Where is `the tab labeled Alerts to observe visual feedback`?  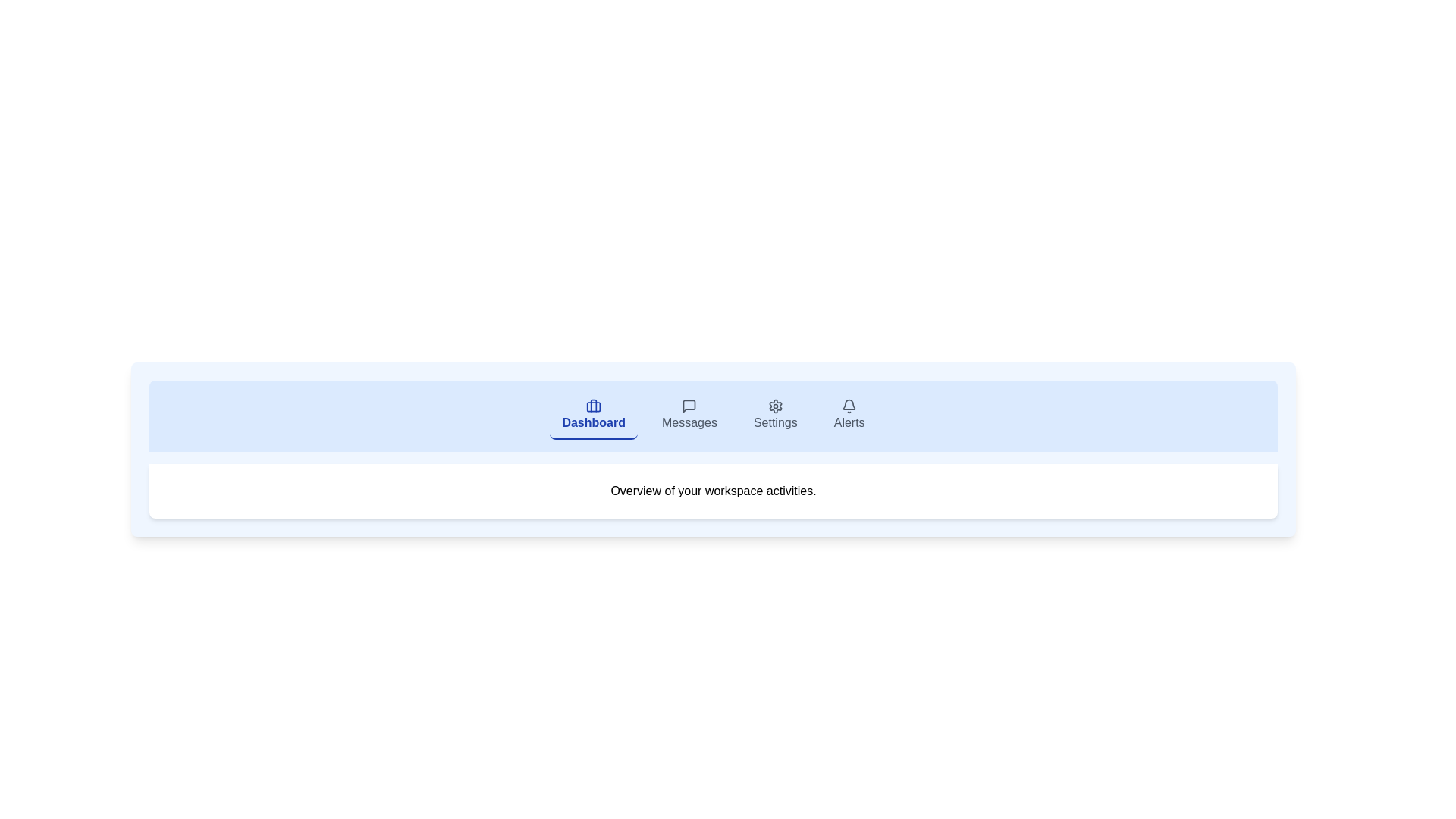 the tab labeled Alerts to observe visual feedback is located at coordinates (848, 416).